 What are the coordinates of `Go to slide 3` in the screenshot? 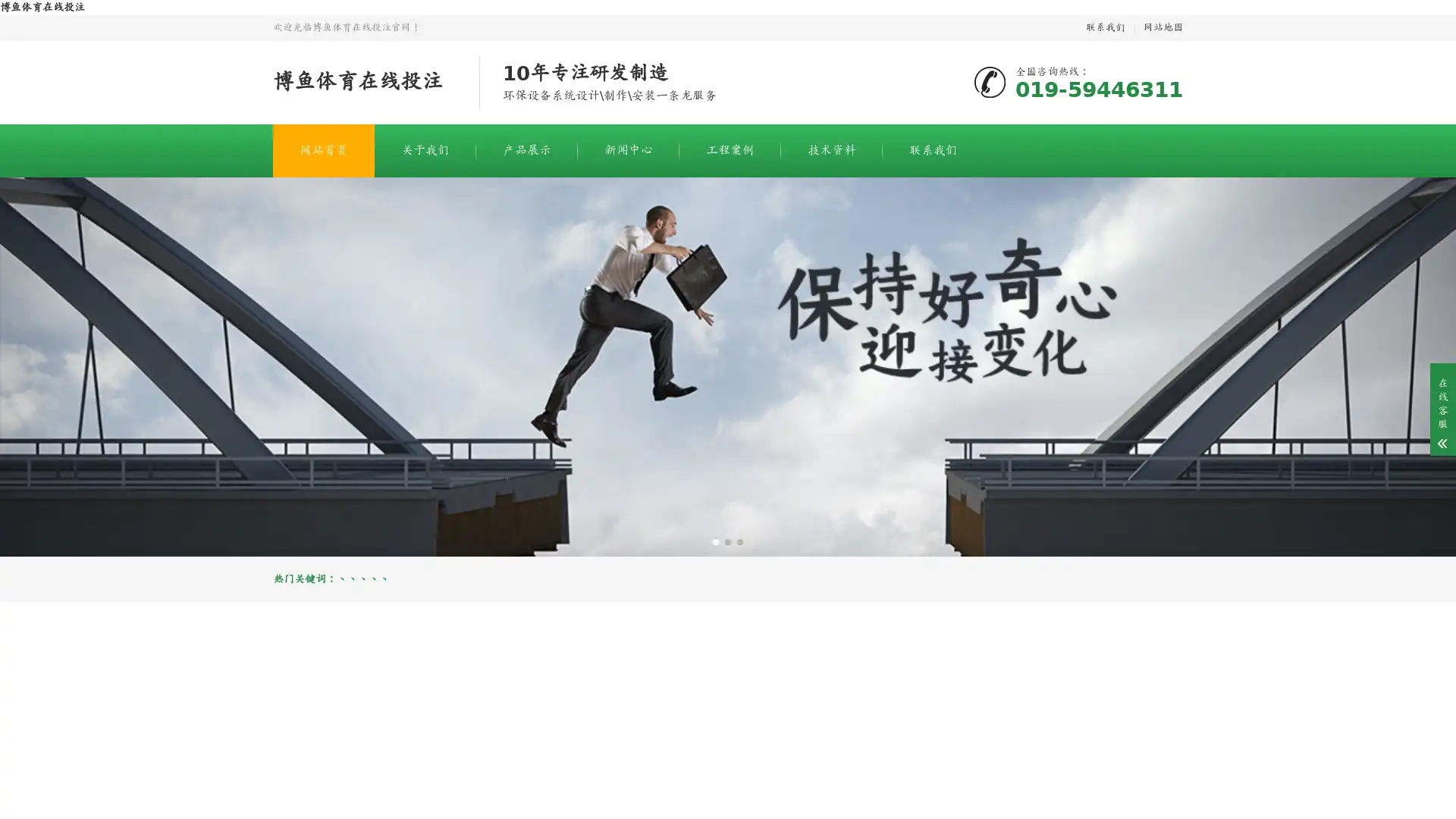 It's located at (739, 541).